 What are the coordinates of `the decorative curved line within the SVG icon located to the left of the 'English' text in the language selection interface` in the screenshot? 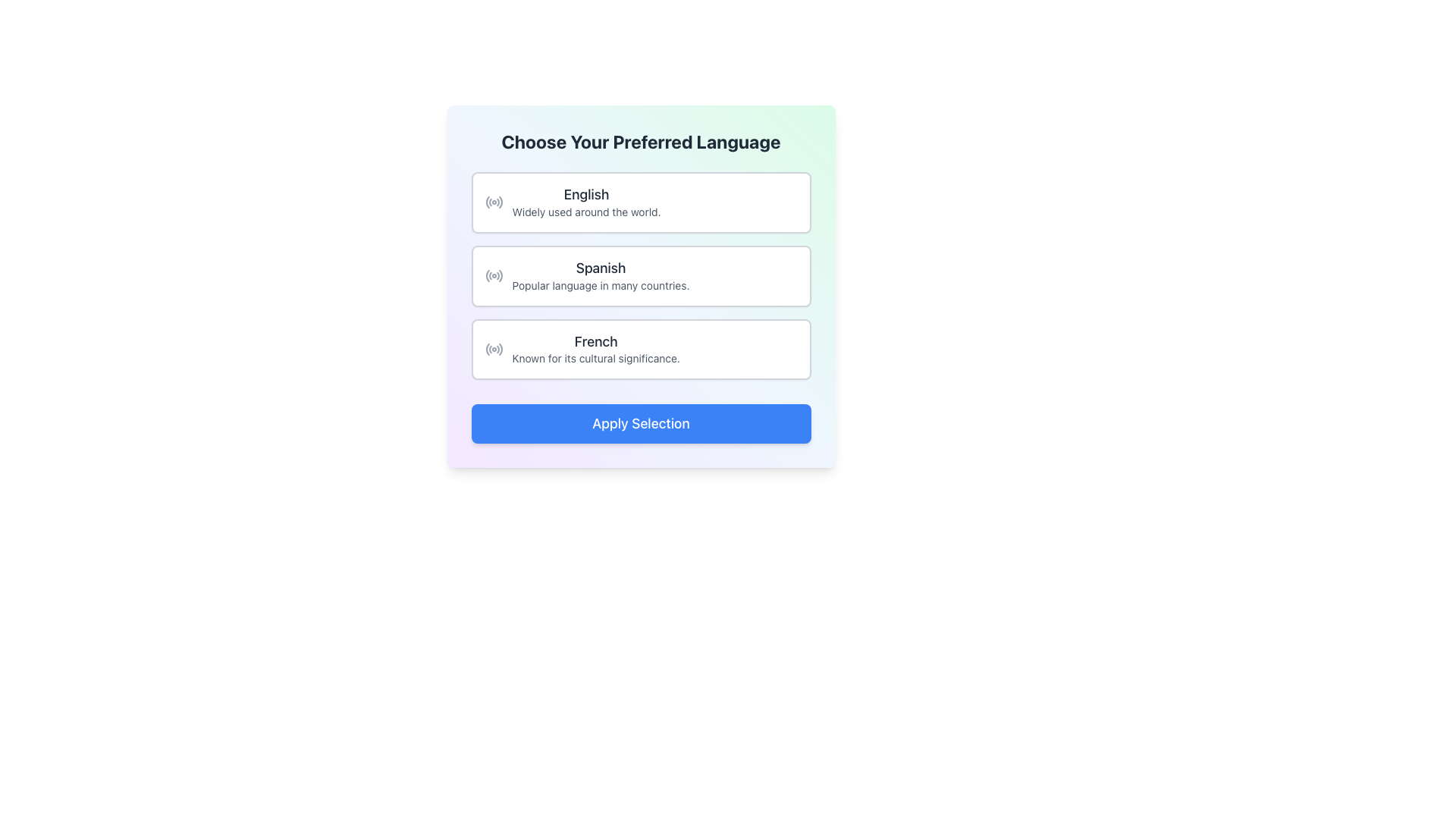 It's located at (490, 202).